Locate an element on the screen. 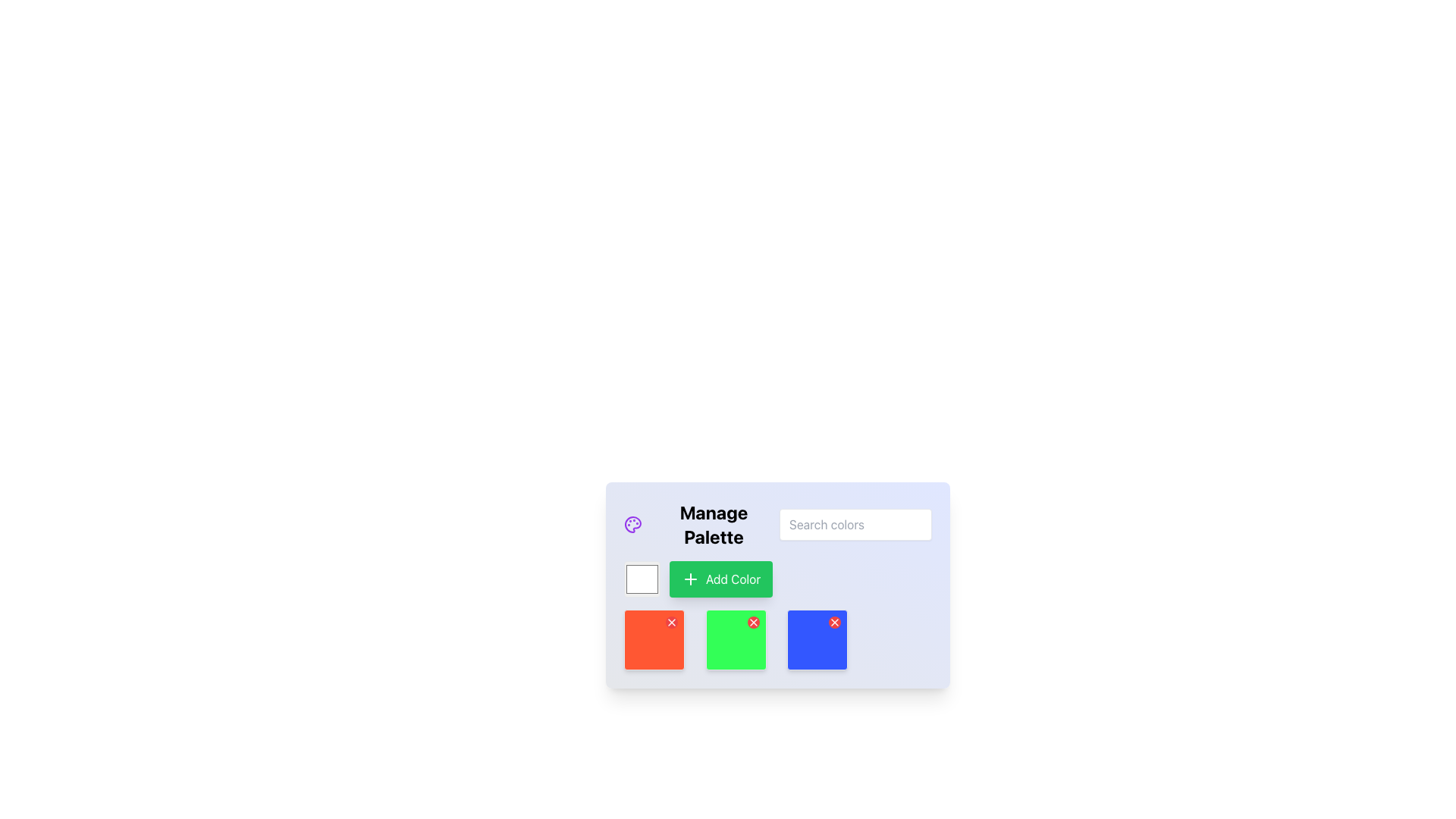 This screenshot has width=1456, height=819. the color tile in the bottom-left corner of the palette manager interface is located at coordinates (654, 640).